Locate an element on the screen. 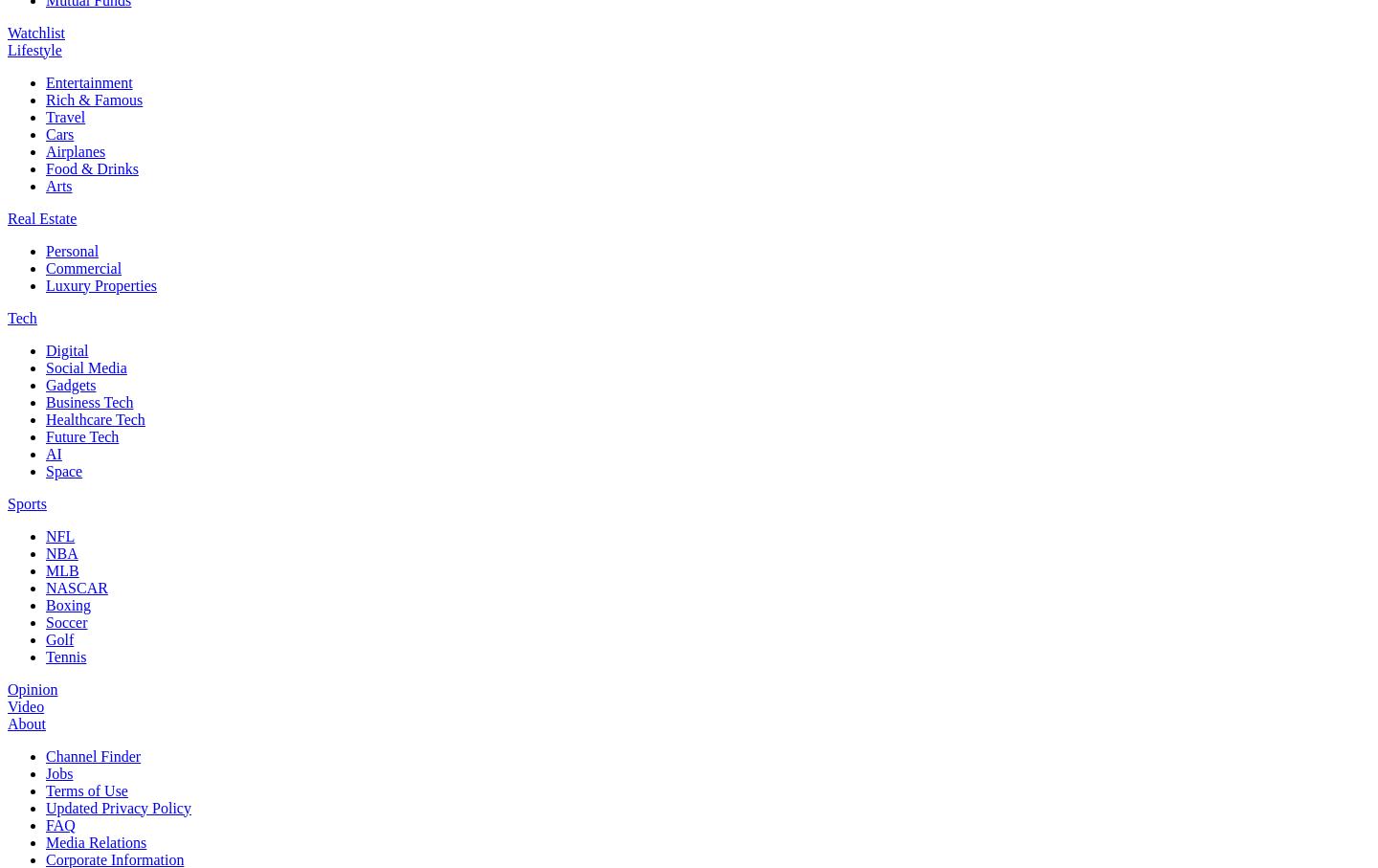 The image size is (1378, 868). 'Future Tech' is located at coordinates (81, 435).